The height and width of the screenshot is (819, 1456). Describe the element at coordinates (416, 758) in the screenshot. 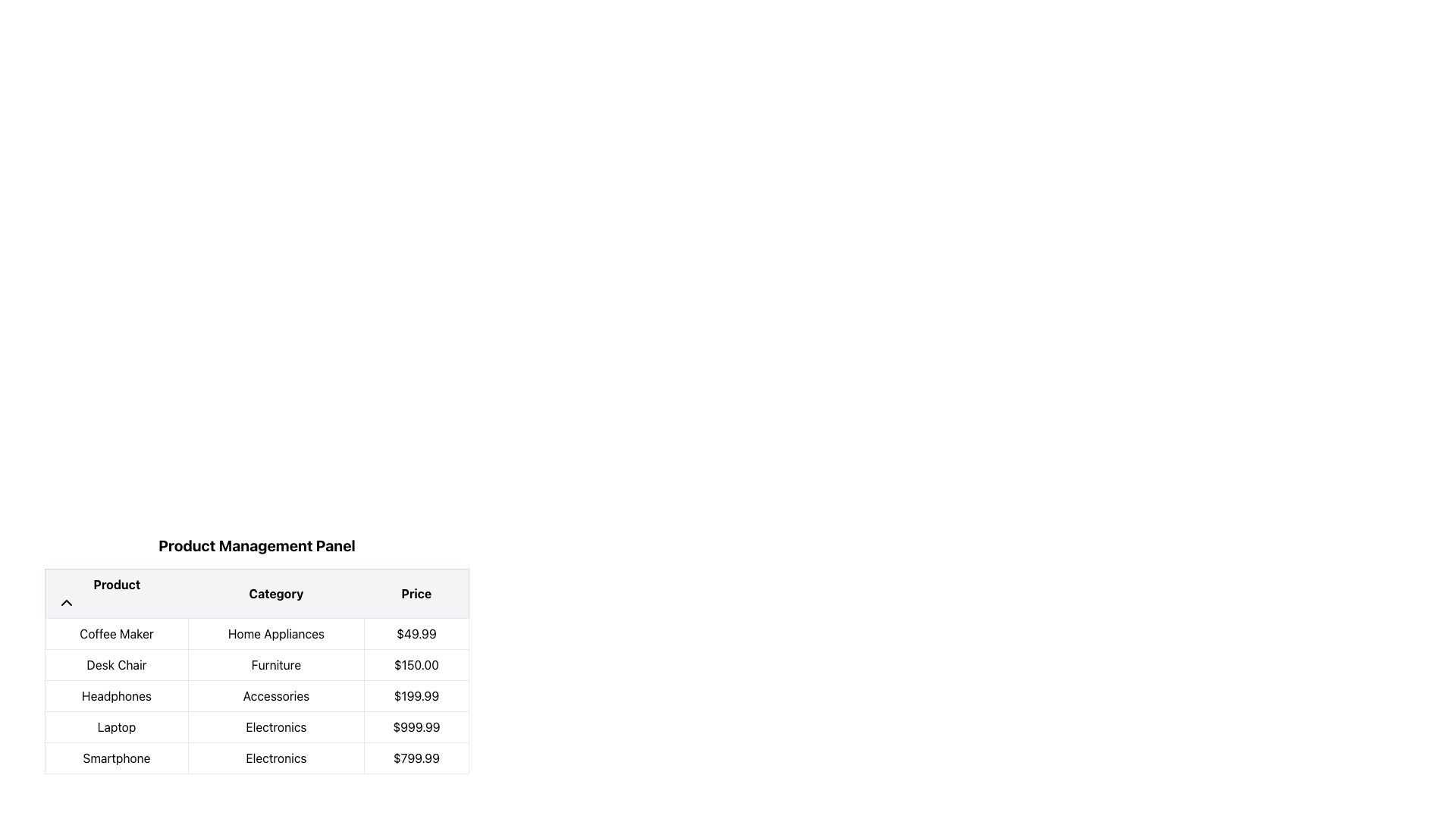

I see `the static text displaying '$799.99' in the Price column of the last row of the table` at that location.